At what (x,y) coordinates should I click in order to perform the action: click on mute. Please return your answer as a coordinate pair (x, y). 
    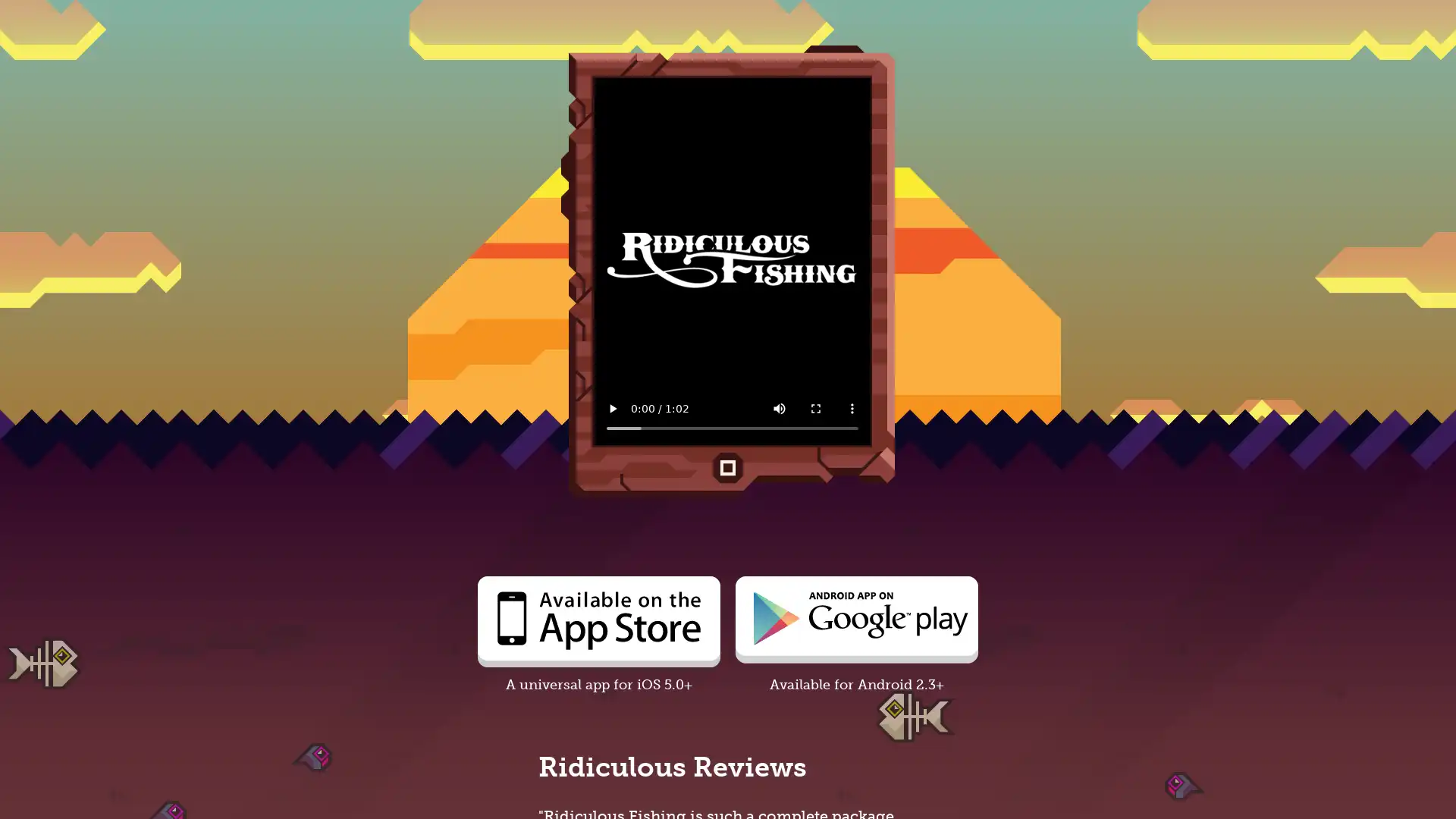
    Looking at the image, I should click on (779, 408).